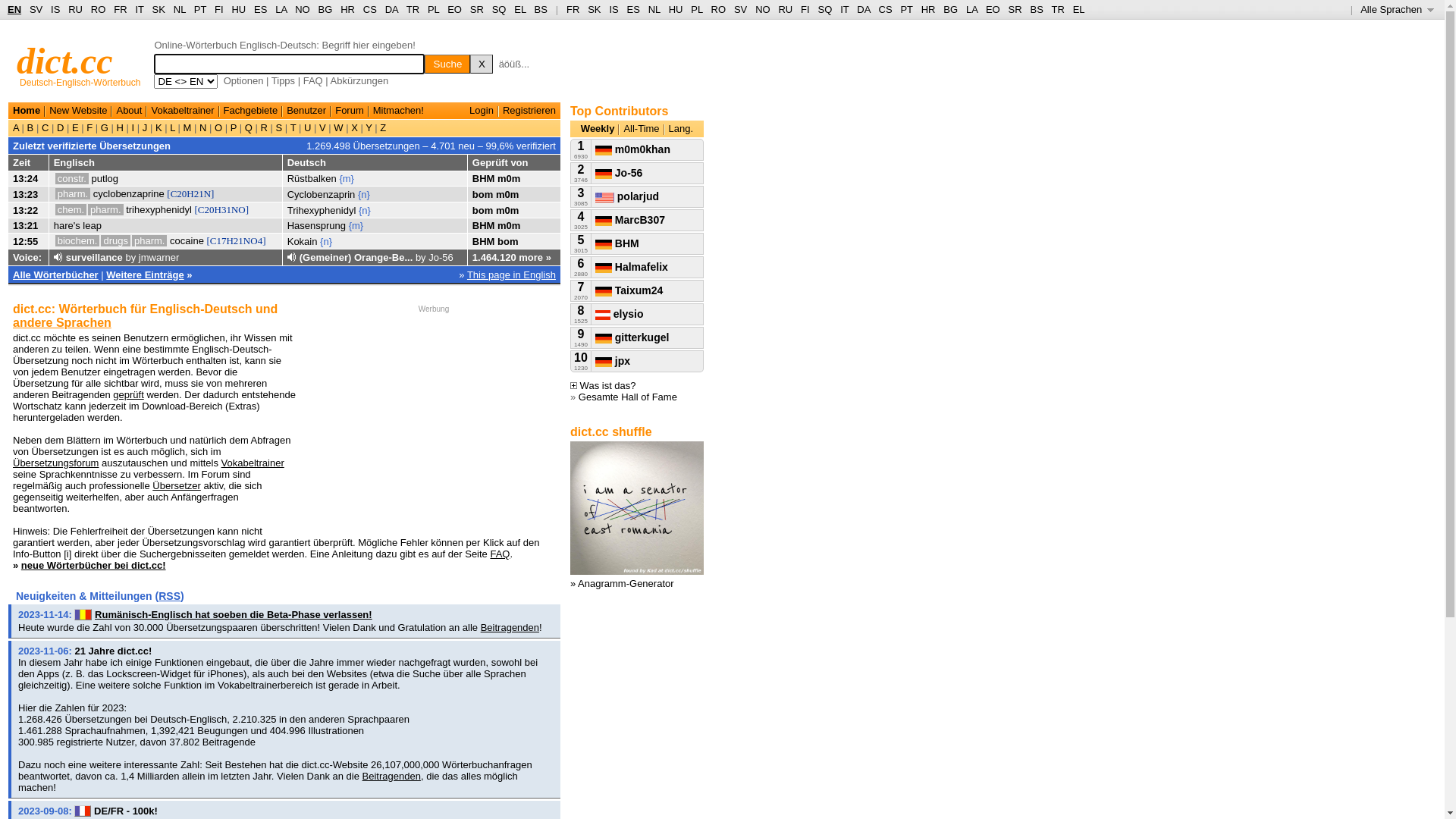  I want to click on 'm0m', so click(509, 177).